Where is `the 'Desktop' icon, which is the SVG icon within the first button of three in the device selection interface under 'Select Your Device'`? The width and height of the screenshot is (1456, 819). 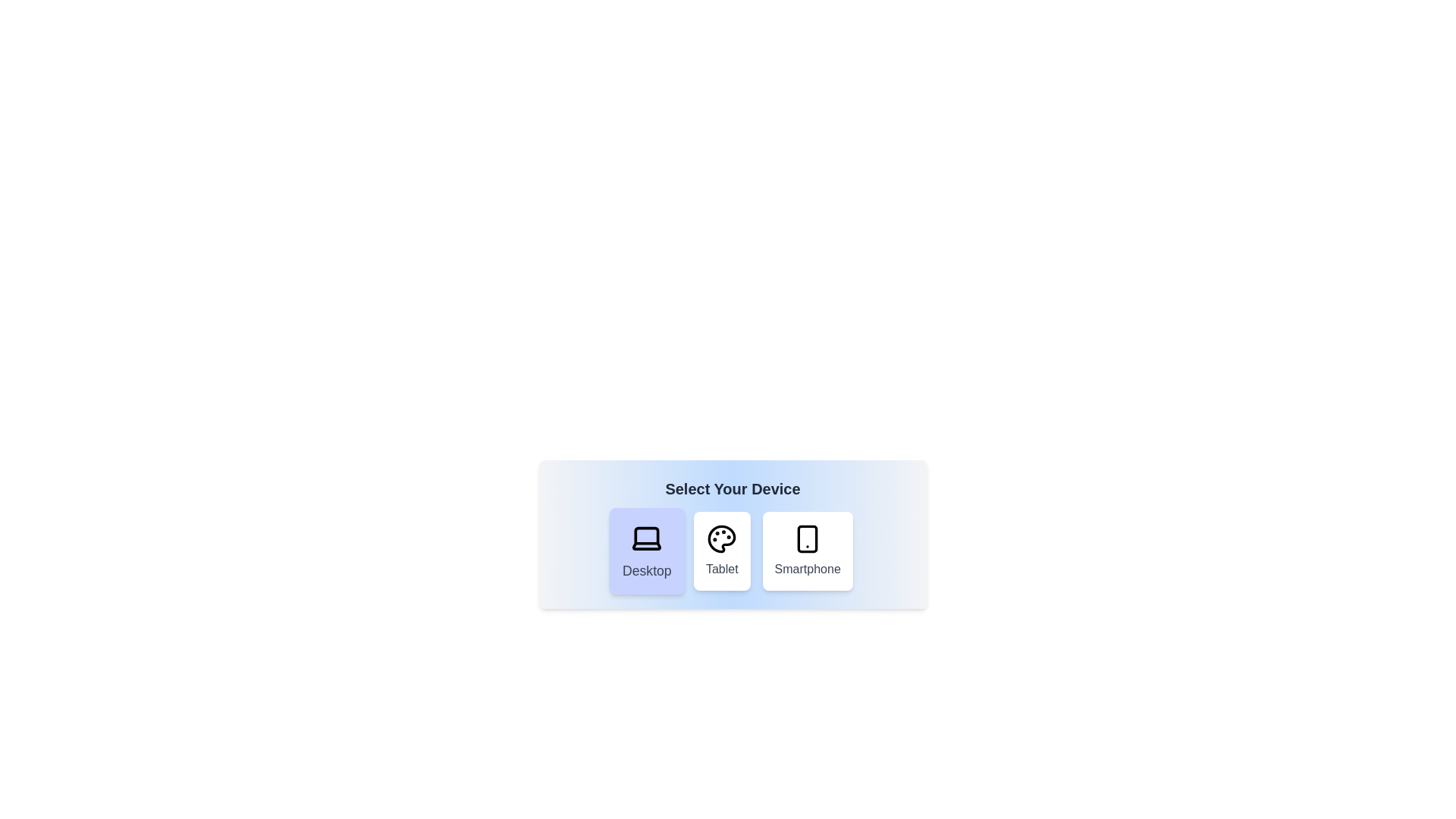
the 'Desktop' icon, which is the SVG icon within the first button of three in the device selection interface under 'Select Your Device' is located at coordinates (647, 538).